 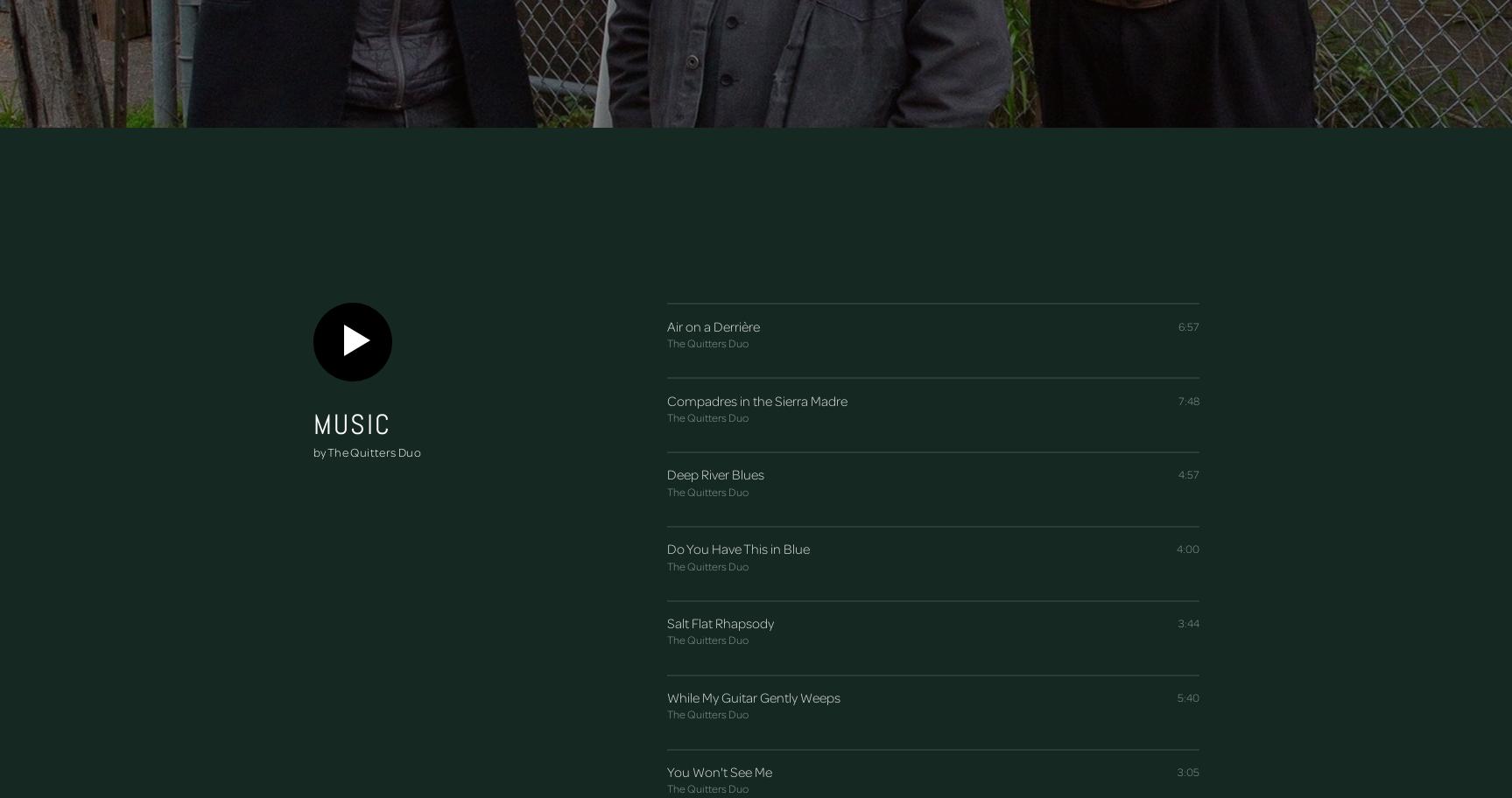 I want to click on '4:57', so click(x=1177, y=474).